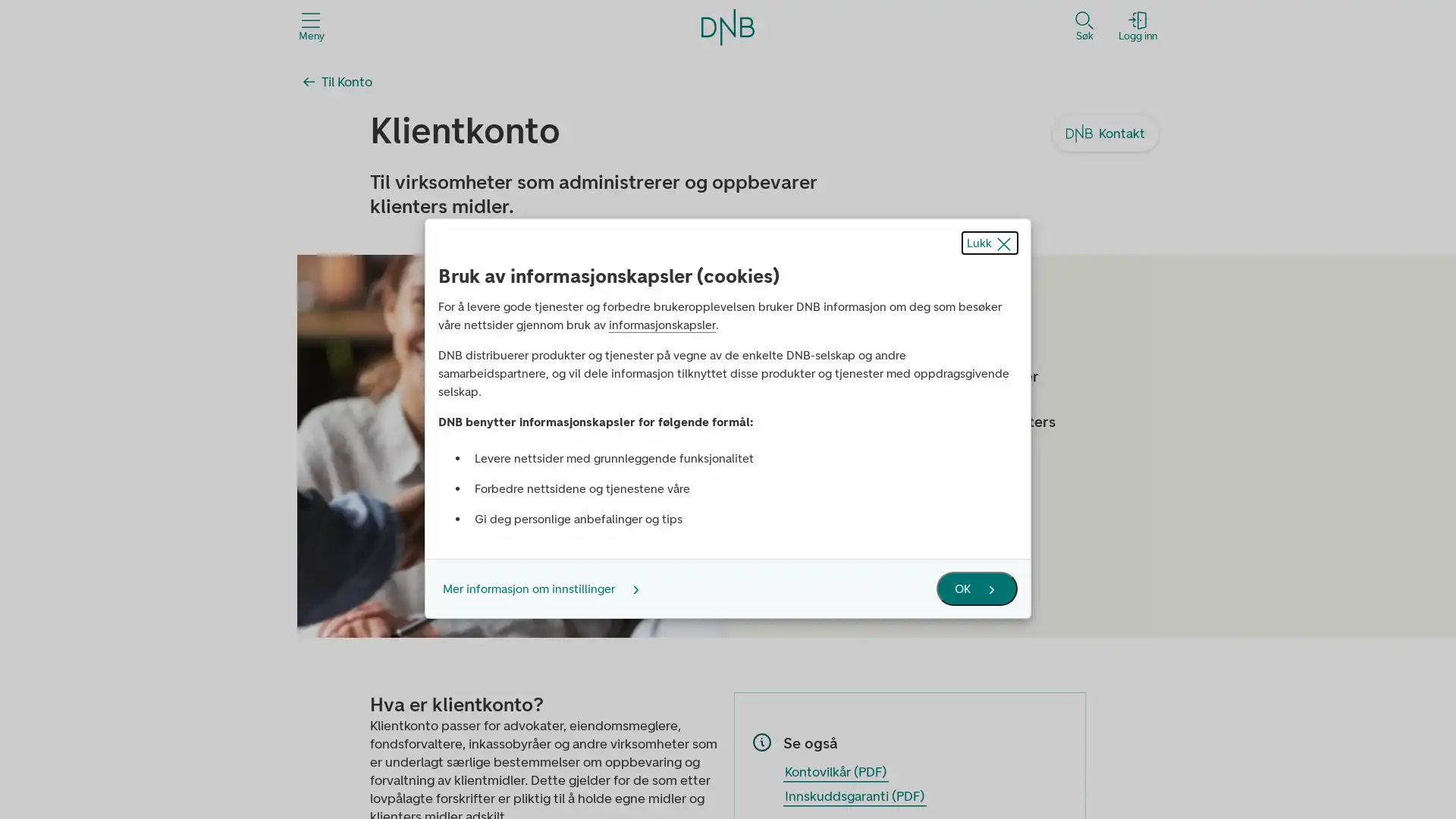 This screenshot has height=819, width=1456. I want to click on Kontakt, so click(1106, 133).